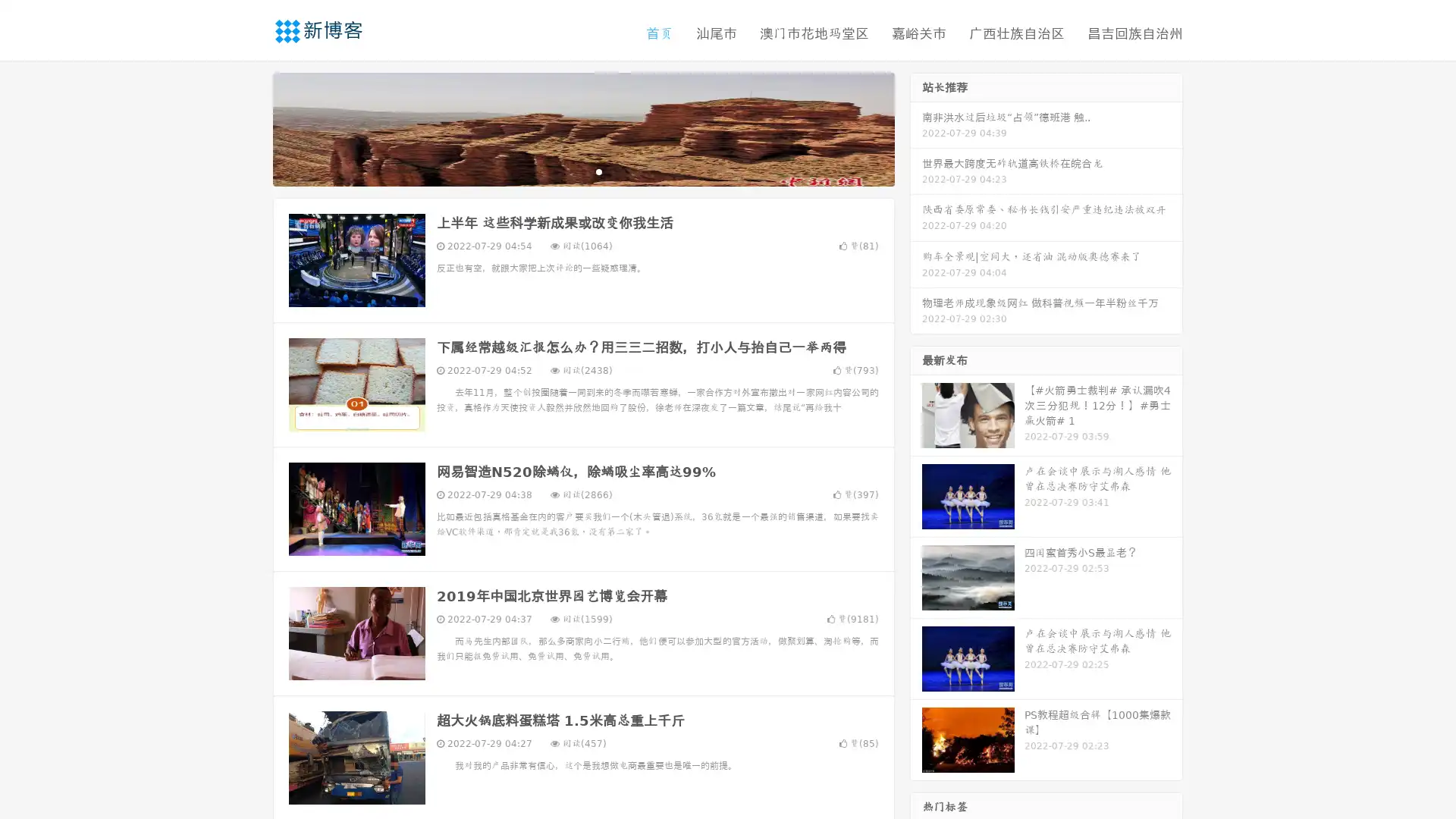  What do you see at coordinates (916, 127) in the screenshot?
I see `Next slide` at bounding box center [916, 127].